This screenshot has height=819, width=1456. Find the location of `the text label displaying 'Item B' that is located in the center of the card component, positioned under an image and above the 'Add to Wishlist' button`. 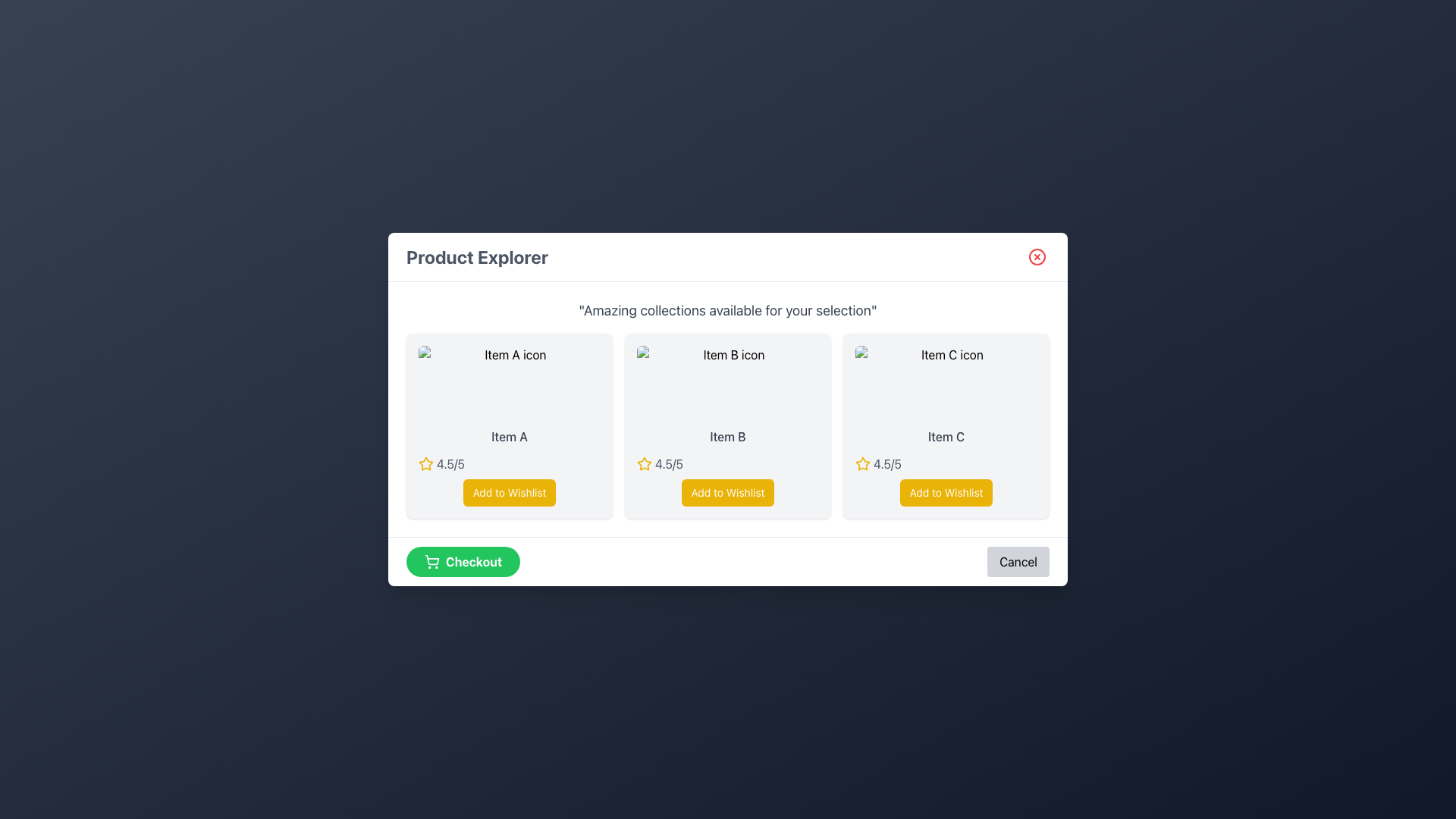

the text label displaying 'Item B' that is located in the center of the card component, positioned under an image and above the 'Add to Wishlist' button is located at coordinates (728, 436).